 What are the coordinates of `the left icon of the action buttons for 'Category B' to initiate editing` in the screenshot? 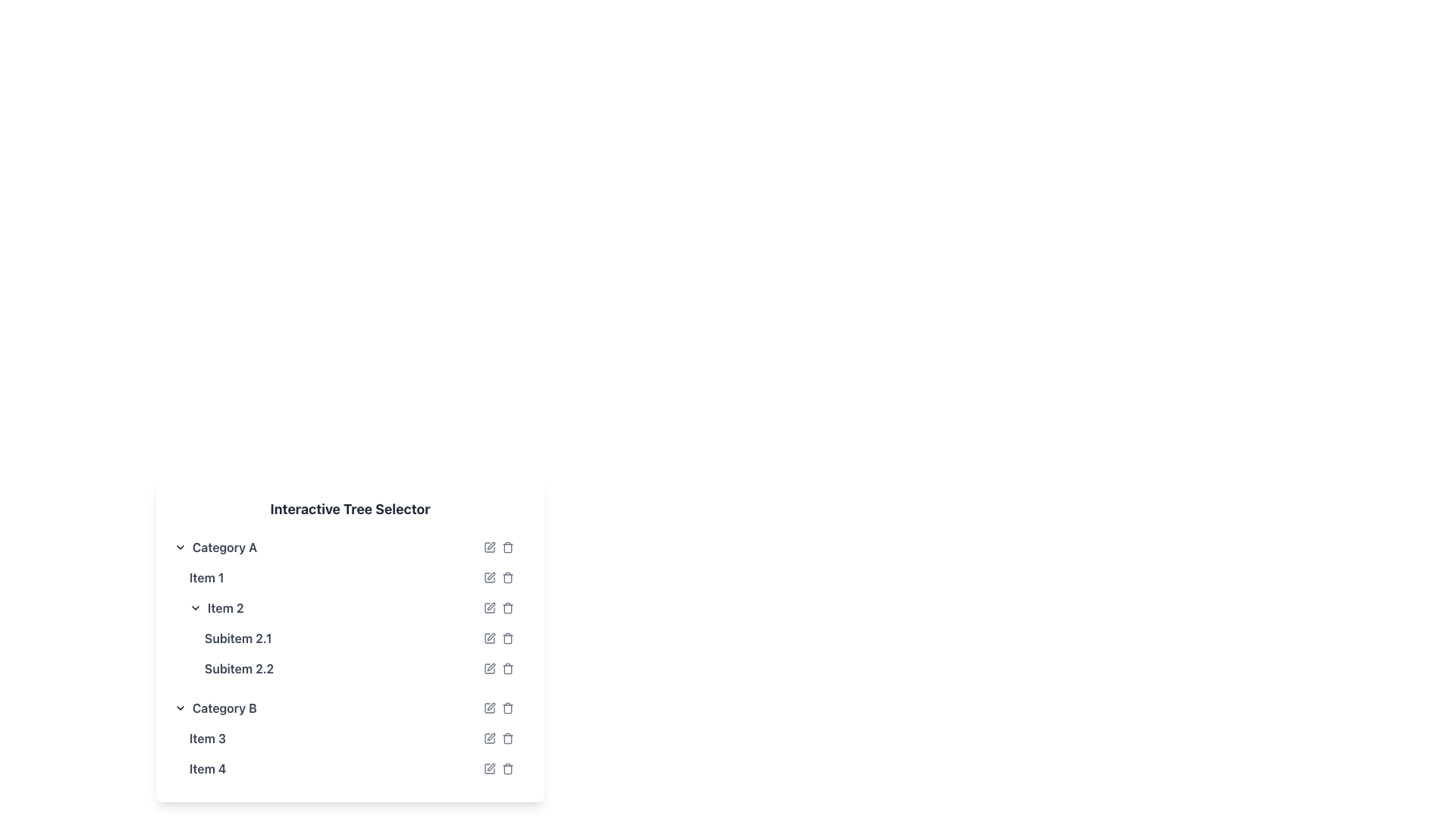 It's located at (498, 708).